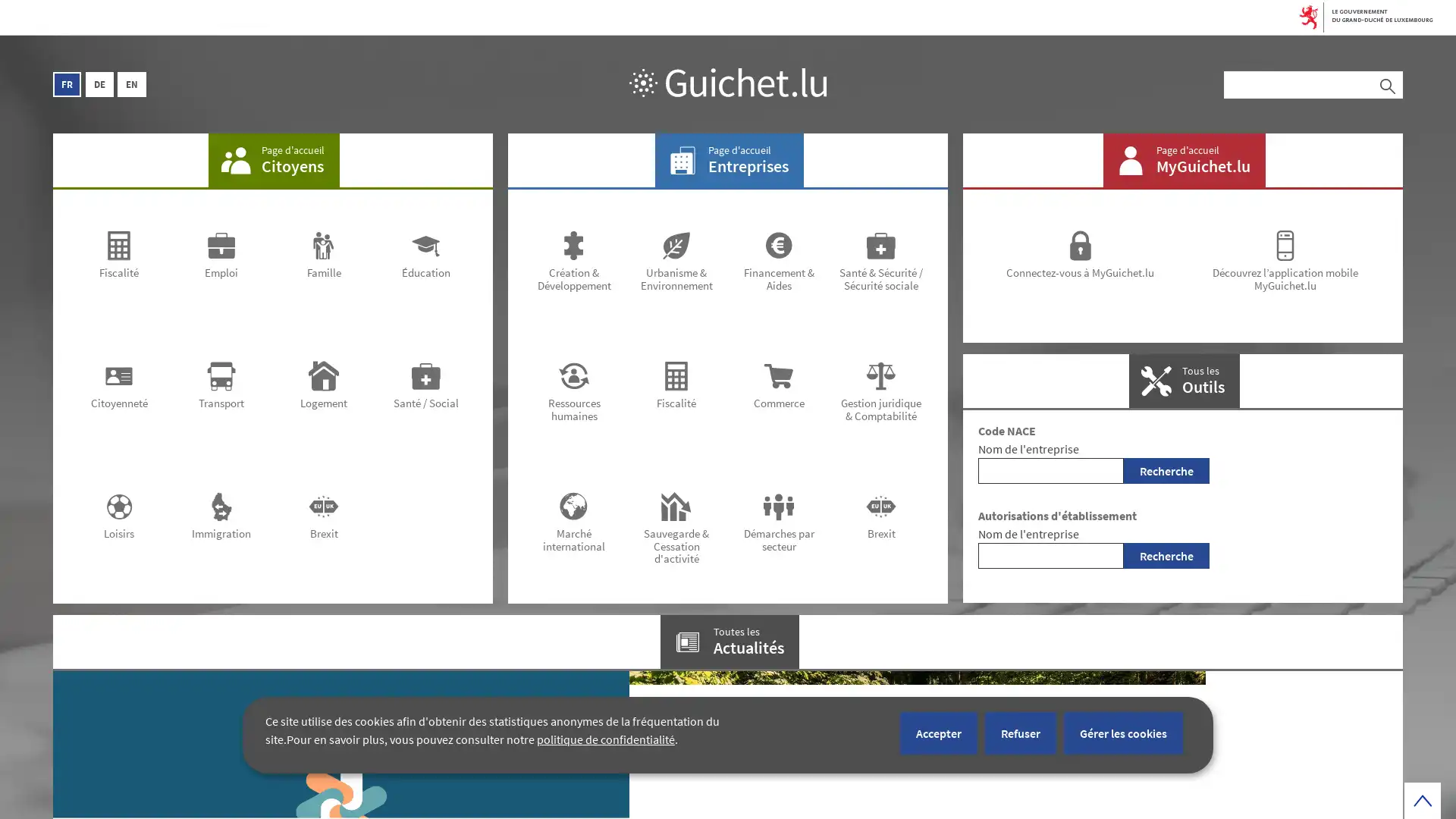 The width and height of the screenshot is (1456, 819). I want to click on Accepter, so click(938, 733).